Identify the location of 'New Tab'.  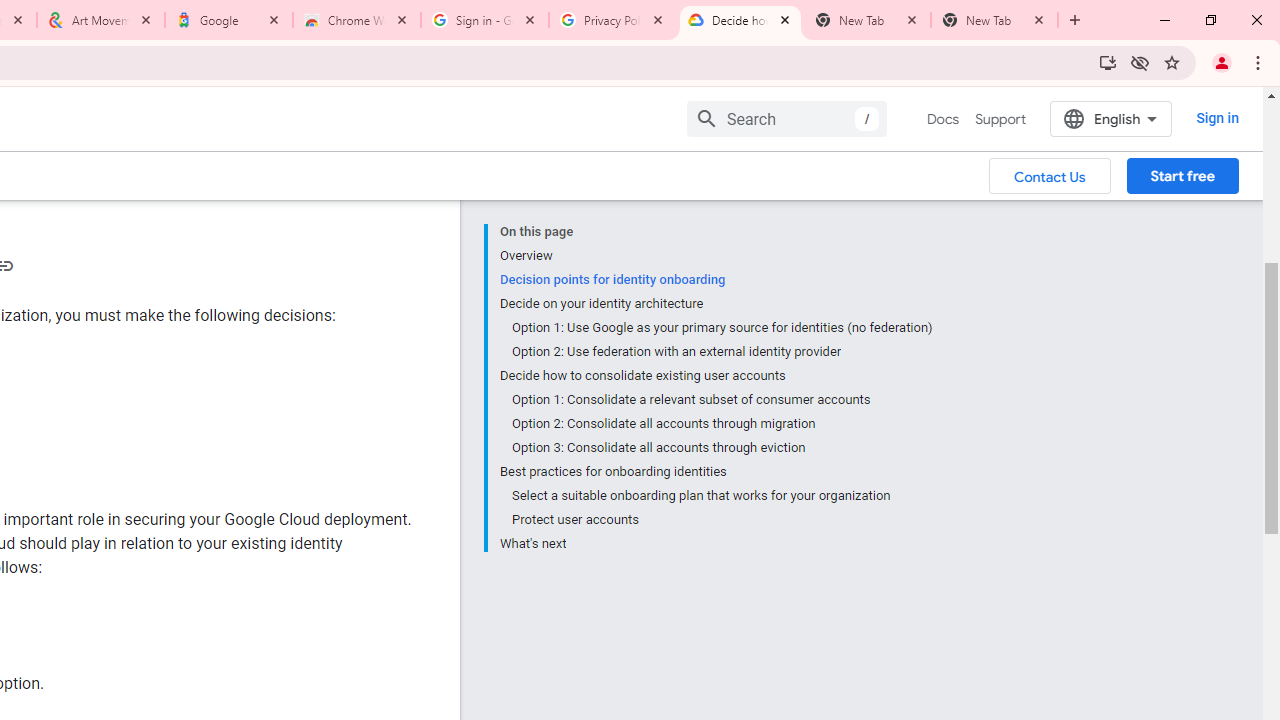
(994, 20).